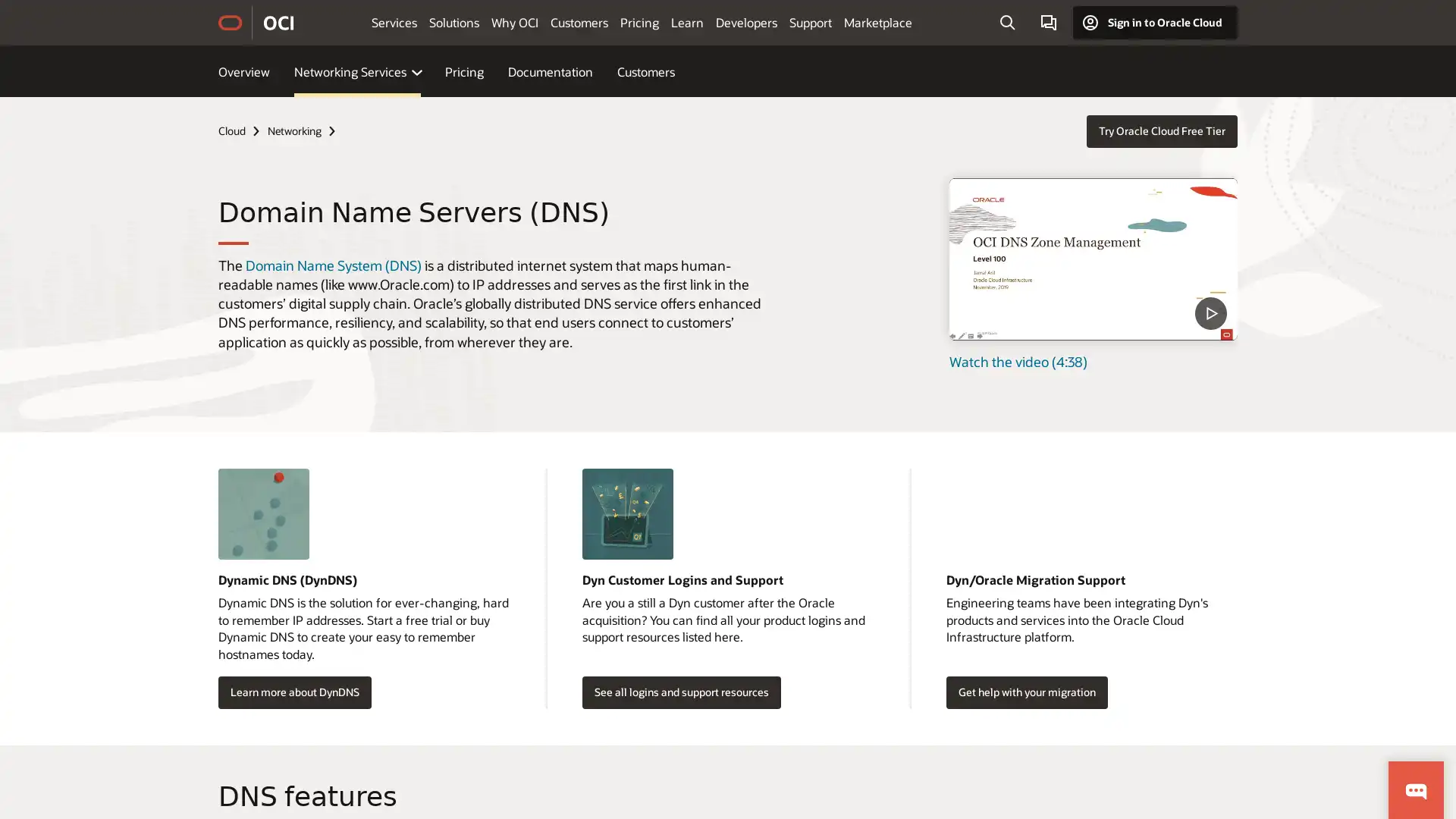 The height and width of the screenshot is (819, 1456). What do you see at coordinates (514, 22) in the screenshot?
I see `Why OCI` at bounding box center [514, 22].